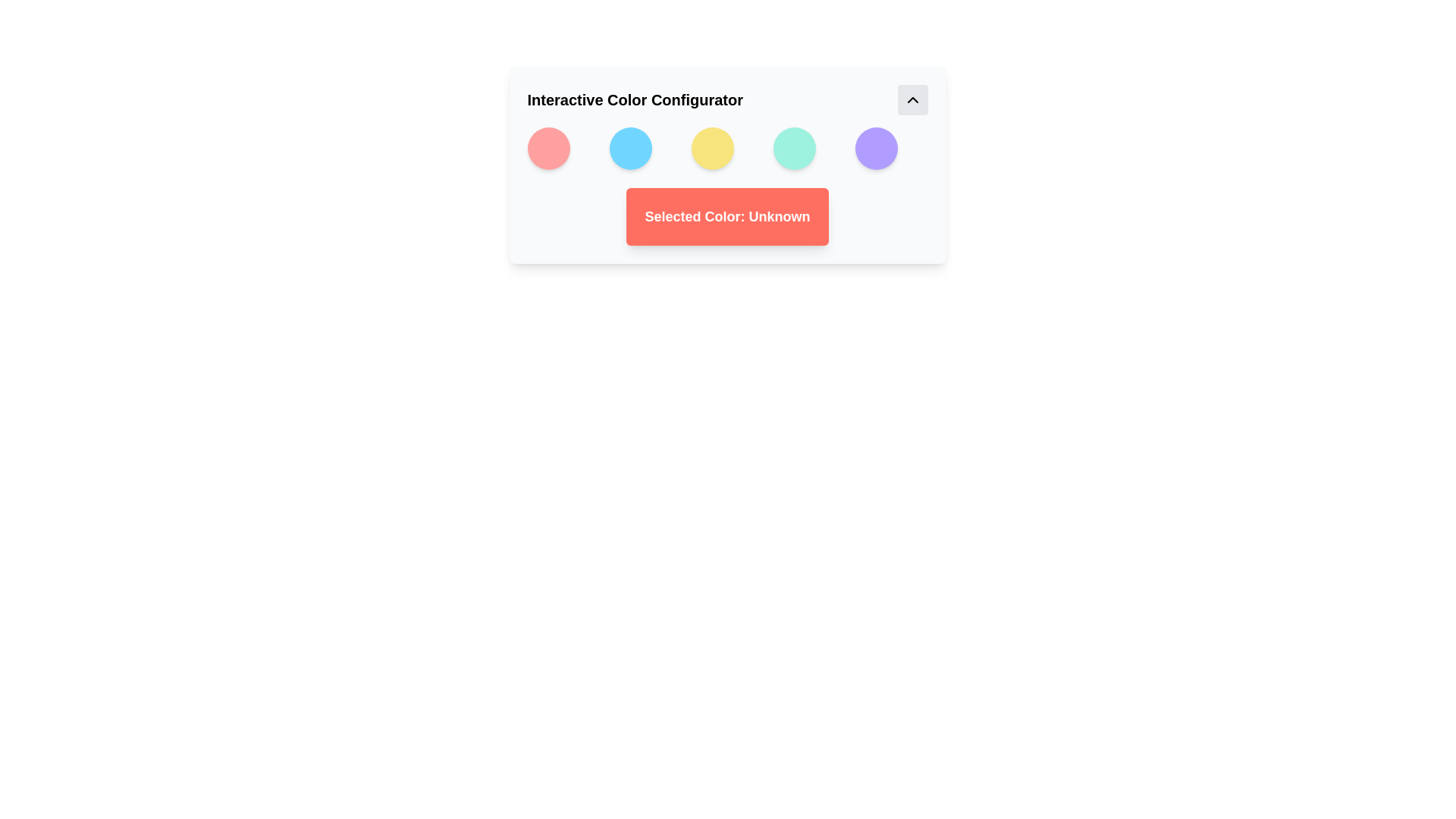 This screenshot has width=1456, height=819. I want to click on the first light pink color selection button in the horizontal grid, so click(548, 149).